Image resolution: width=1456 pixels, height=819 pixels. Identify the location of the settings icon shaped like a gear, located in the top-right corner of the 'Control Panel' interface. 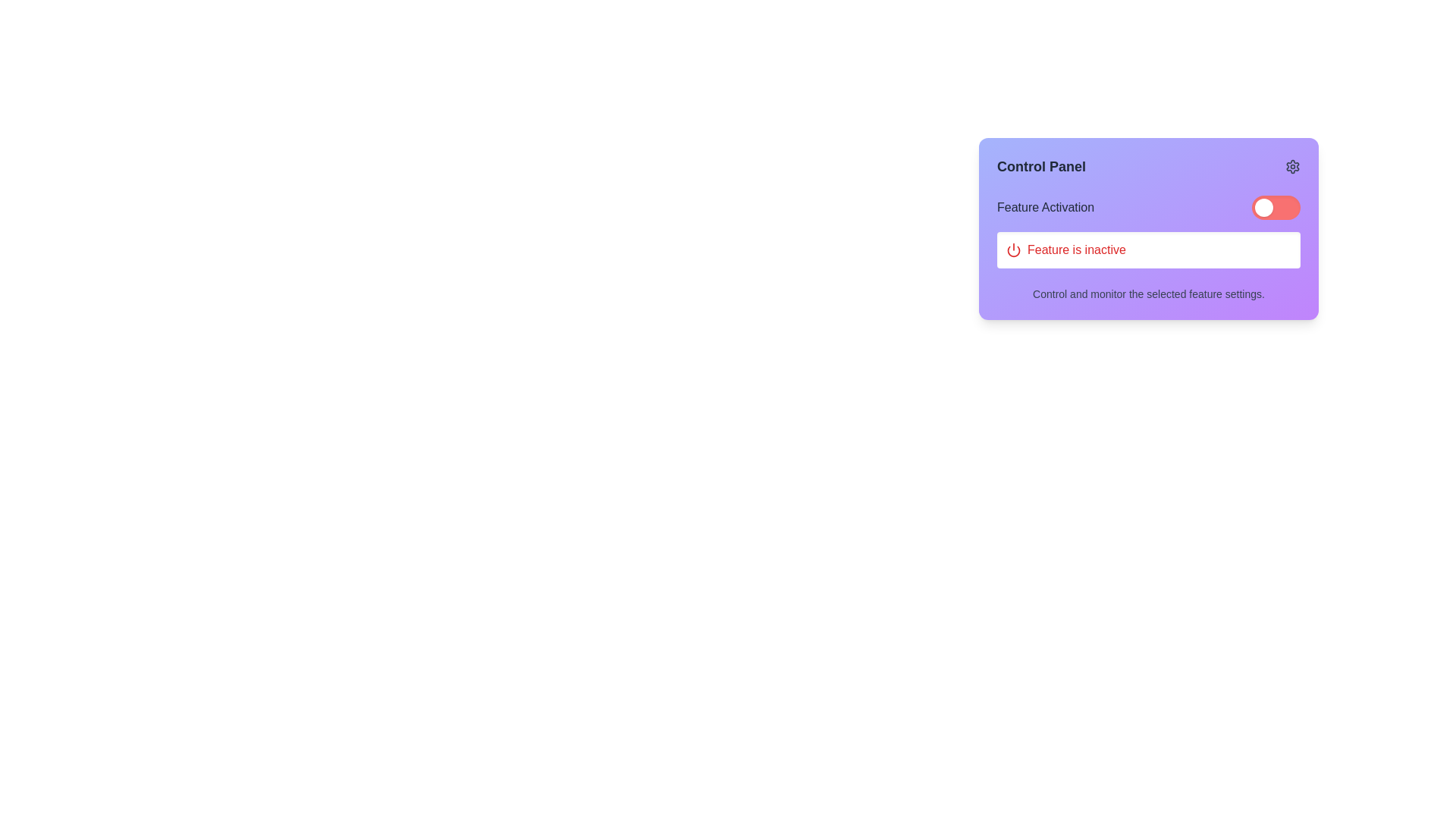
(1291, 166).